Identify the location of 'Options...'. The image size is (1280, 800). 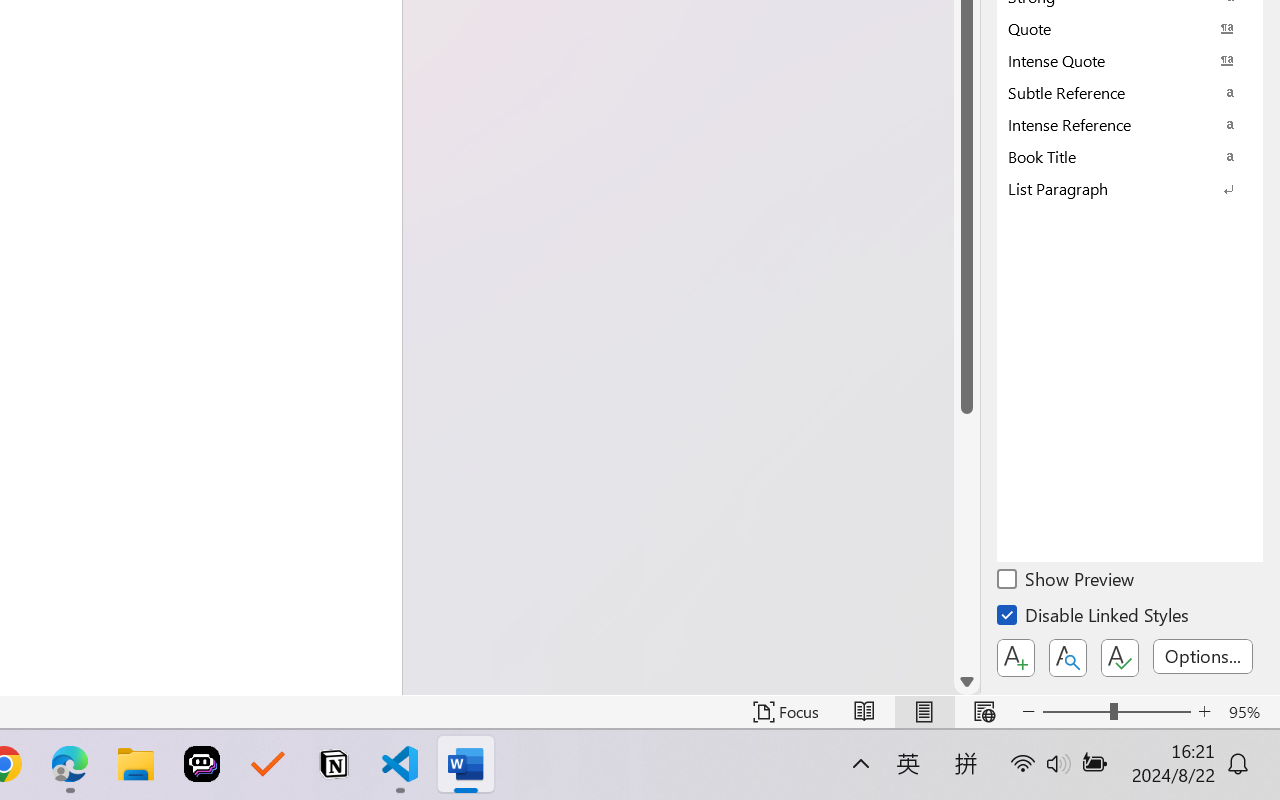
(1202, 655).